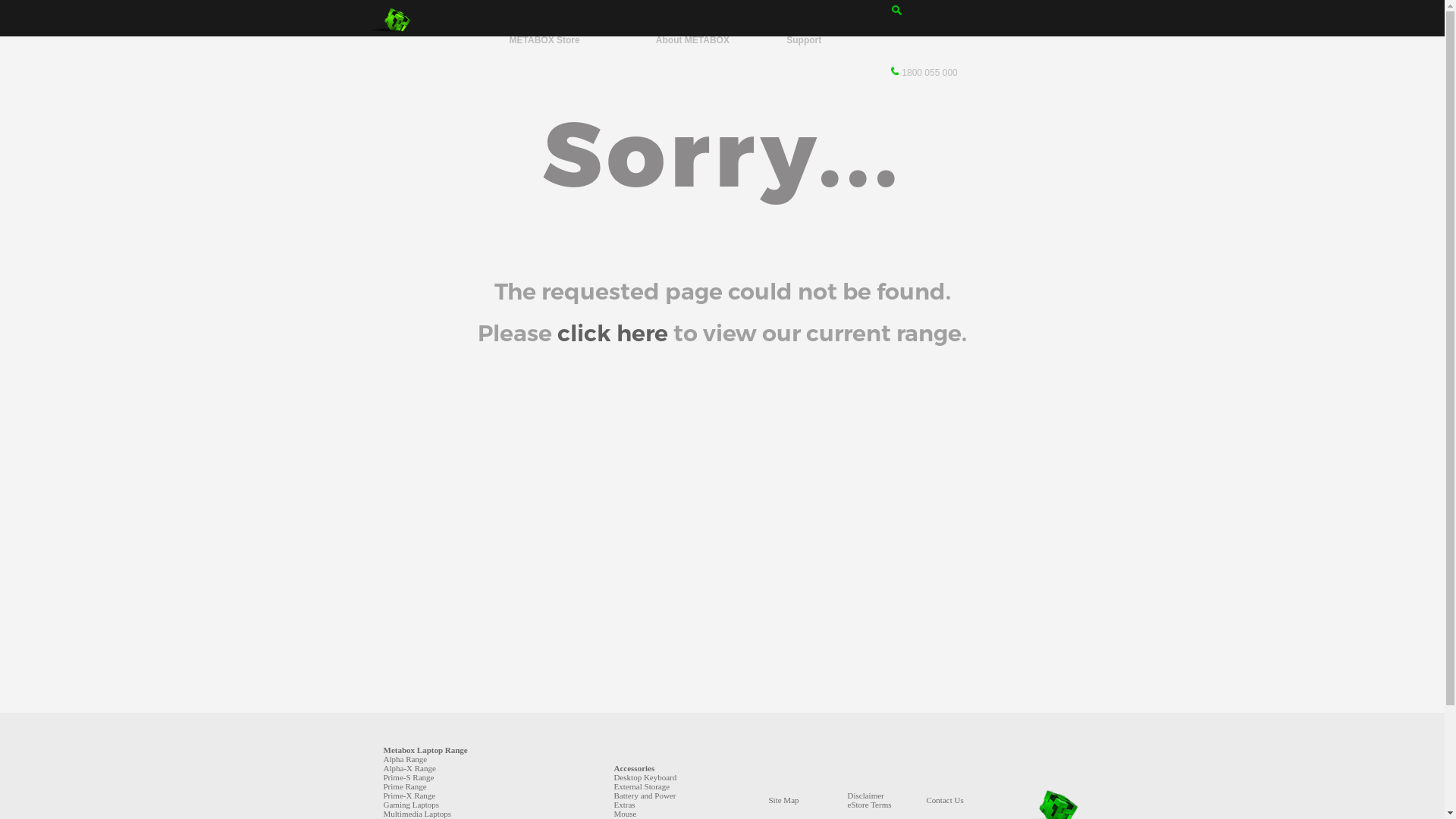  Describe the element at coordinates (642, 786) in the screenshot. I see `'External Storage'` at that location.